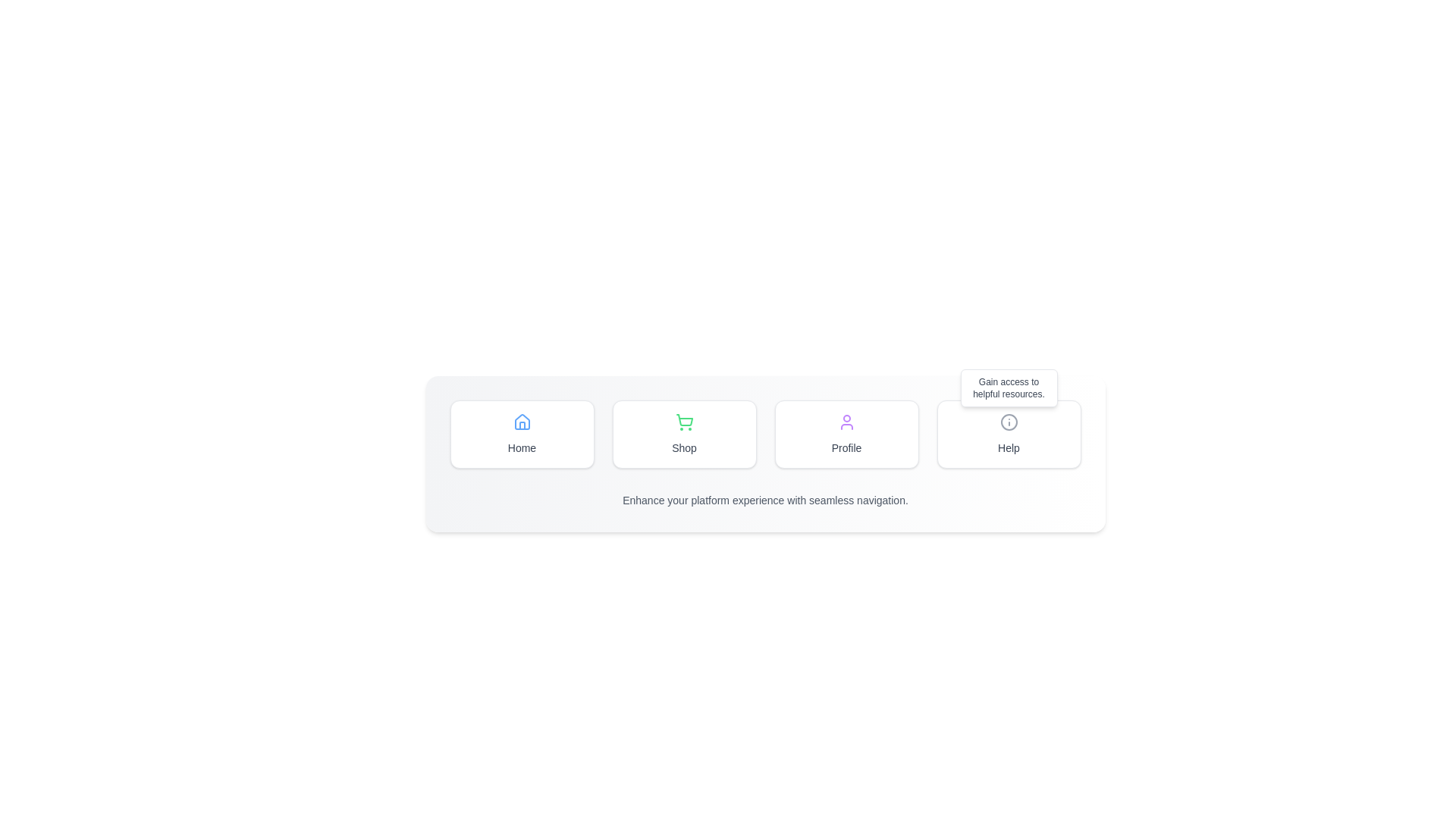 The height and width of the screenshot is (819, 1456). Describe the element at coordinates (683, 420) in the screenshot. I see `the shopping cart icon within the 'Shop' button in the navigation bar` at that location.